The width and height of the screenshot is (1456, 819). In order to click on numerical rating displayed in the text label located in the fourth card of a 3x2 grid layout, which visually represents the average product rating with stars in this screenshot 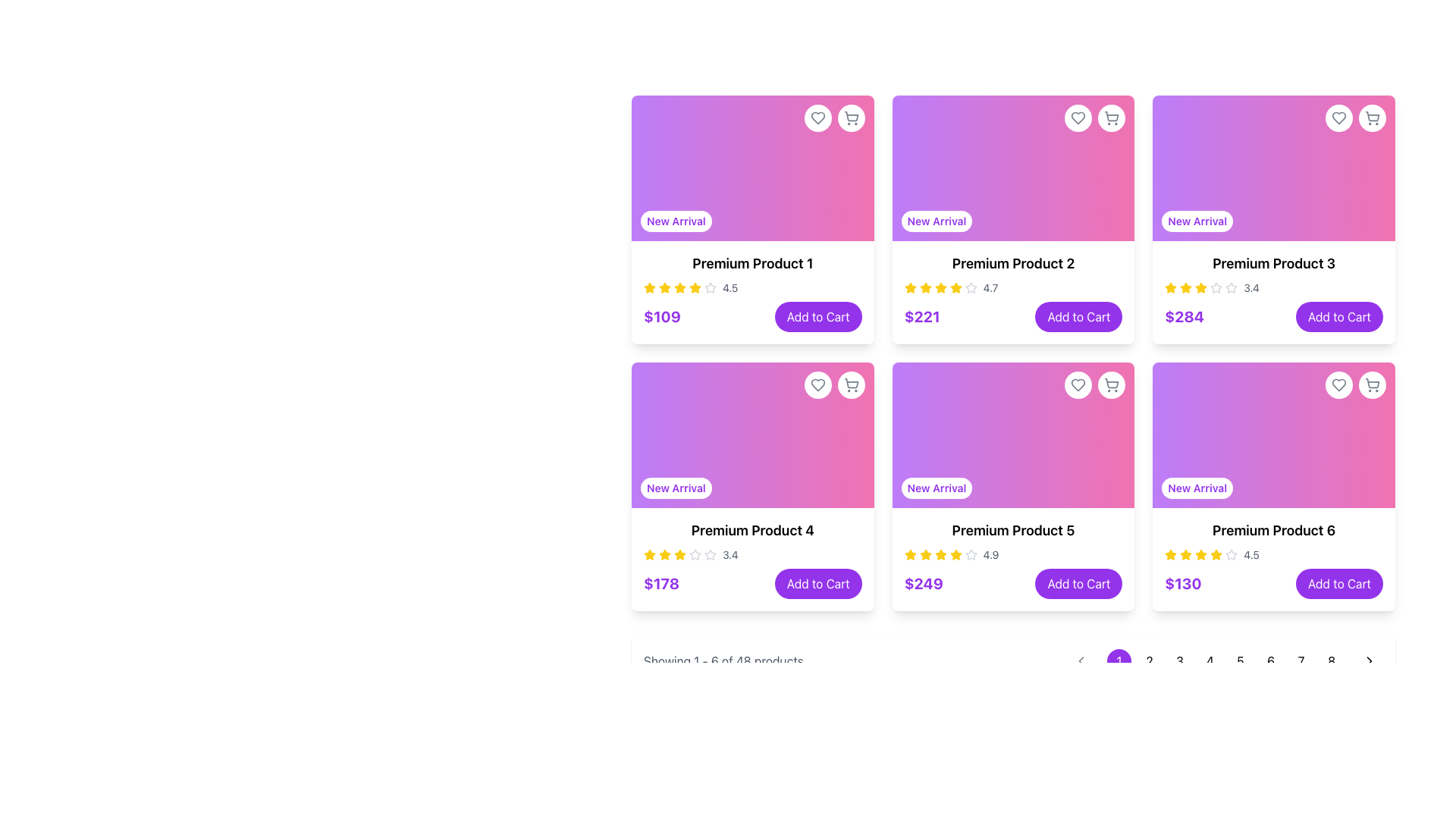, I will do `click(1251, 288)`.